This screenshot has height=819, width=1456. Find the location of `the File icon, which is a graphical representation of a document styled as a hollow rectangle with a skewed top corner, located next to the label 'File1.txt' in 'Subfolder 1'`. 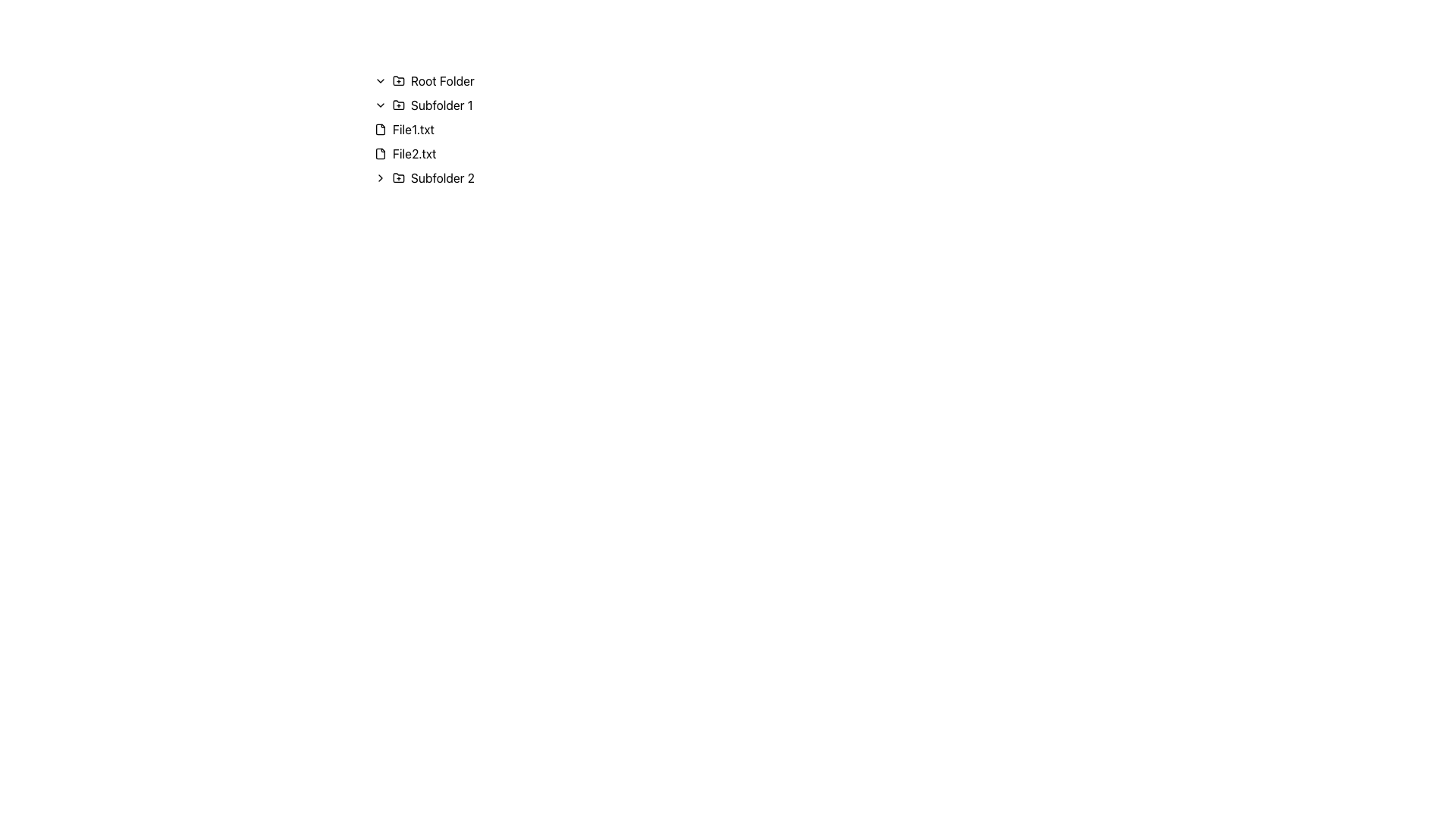

the File icon, which is a graphical representation of a document styled as a hollow rectangle with a skewed top corner, located next to the label 'File1.txt' in 'Subfolder 1' is located at coordinates (381, 128).